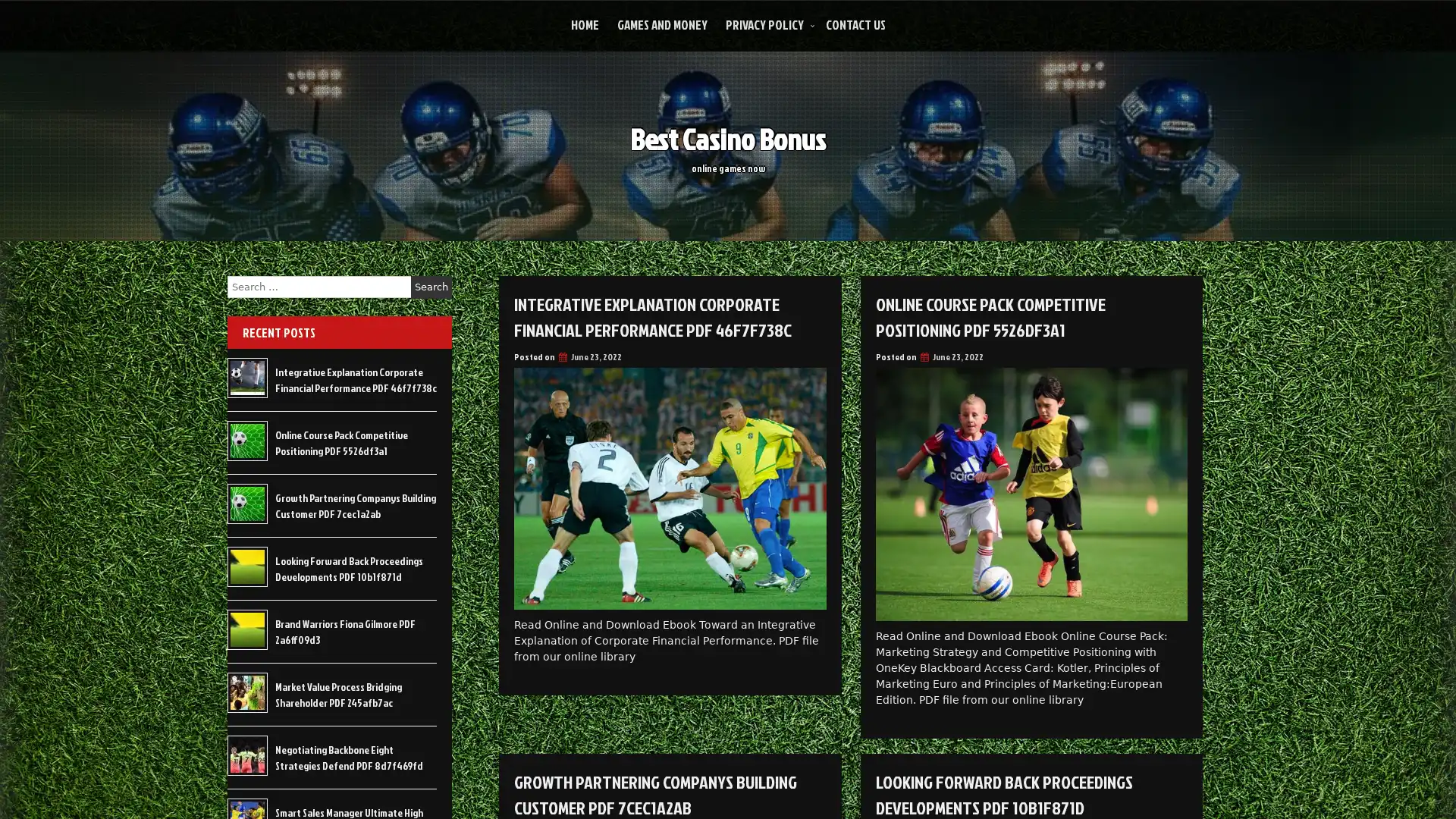 The image size is (1456, 819). I want to click on Search, so click(431, 287).